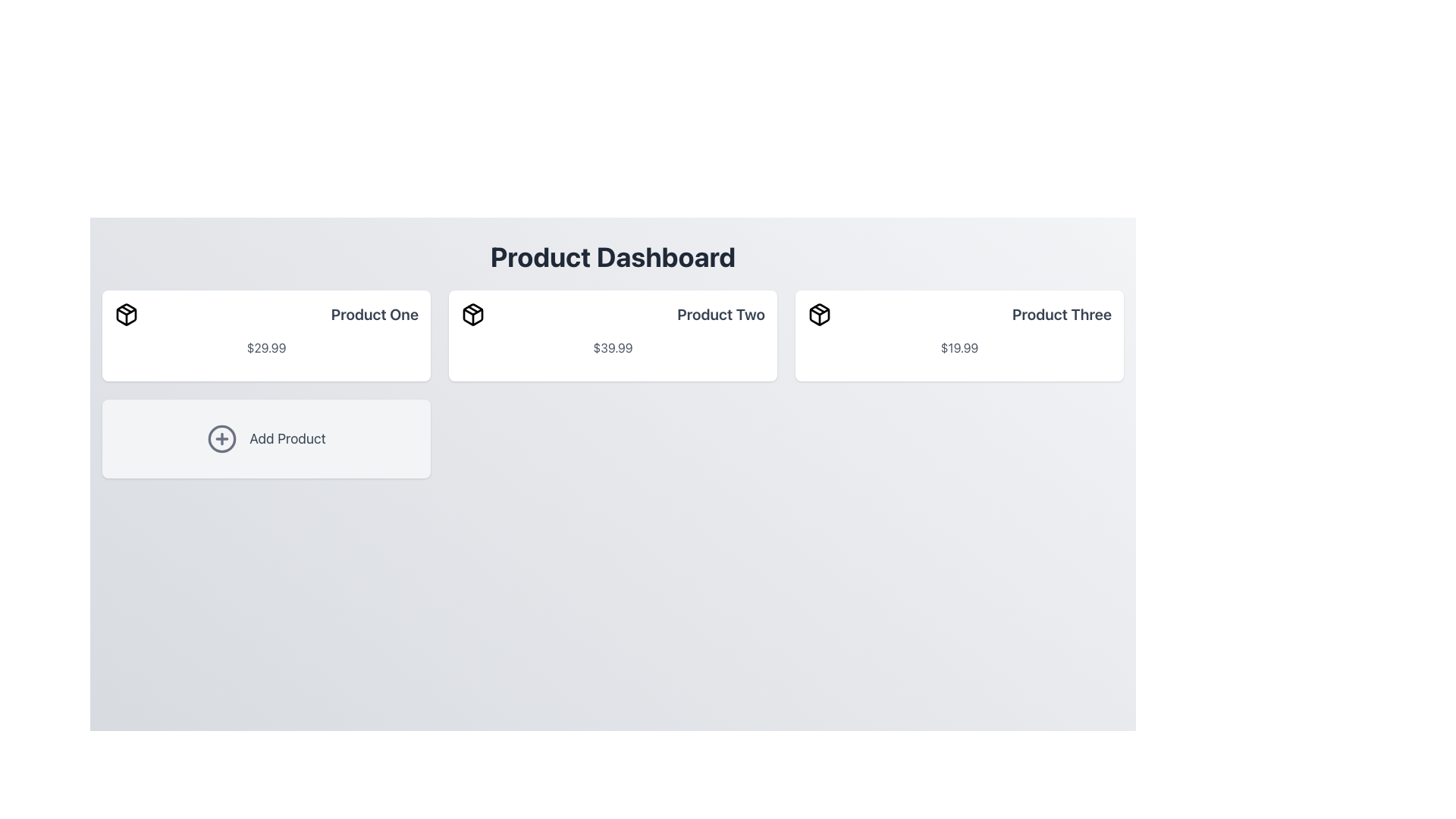  What do you see at coordinates (720, 314) in the screenshot?
I see `the Text Label that serves as the title of the second product in the layout, which is centrally aligned within its card, positioned between 'Product One' and 'Product Three'` at bounding box center [720, 314].